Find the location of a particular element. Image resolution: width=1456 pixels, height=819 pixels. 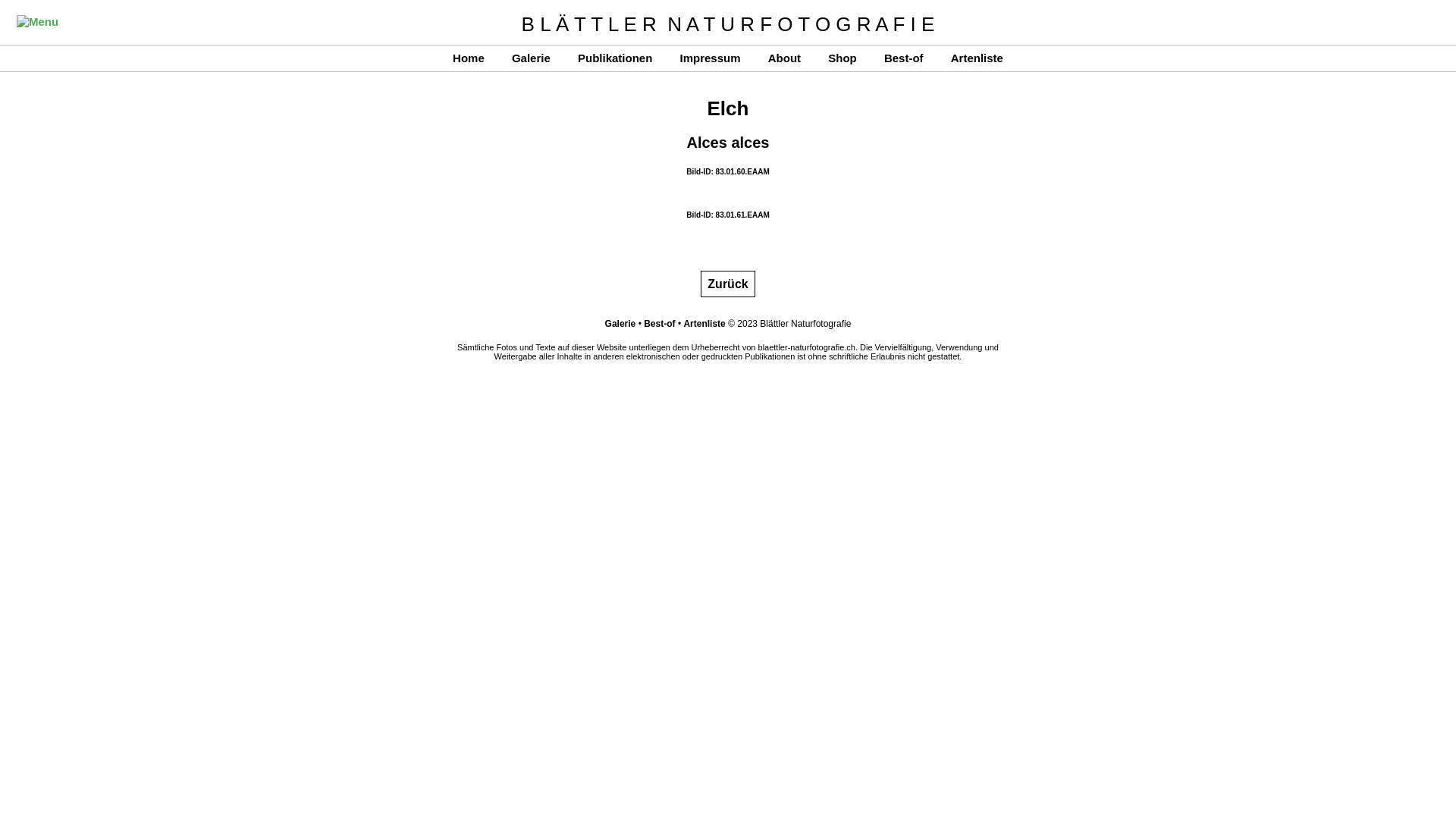

'Impressum' is located at coordinates (709, 57).